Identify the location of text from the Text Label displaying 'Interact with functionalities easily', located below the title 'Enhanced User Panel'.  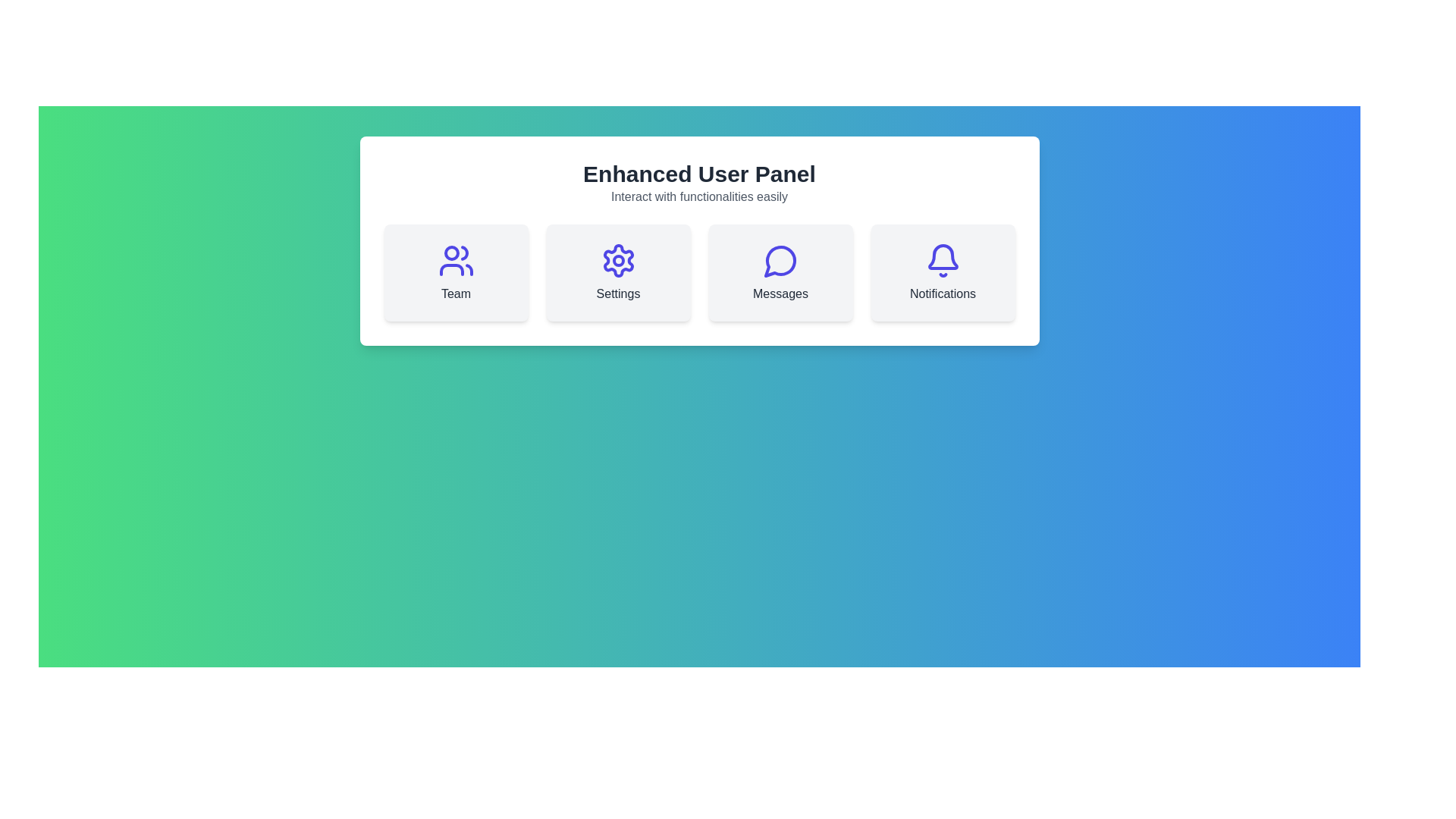
(698, 196).